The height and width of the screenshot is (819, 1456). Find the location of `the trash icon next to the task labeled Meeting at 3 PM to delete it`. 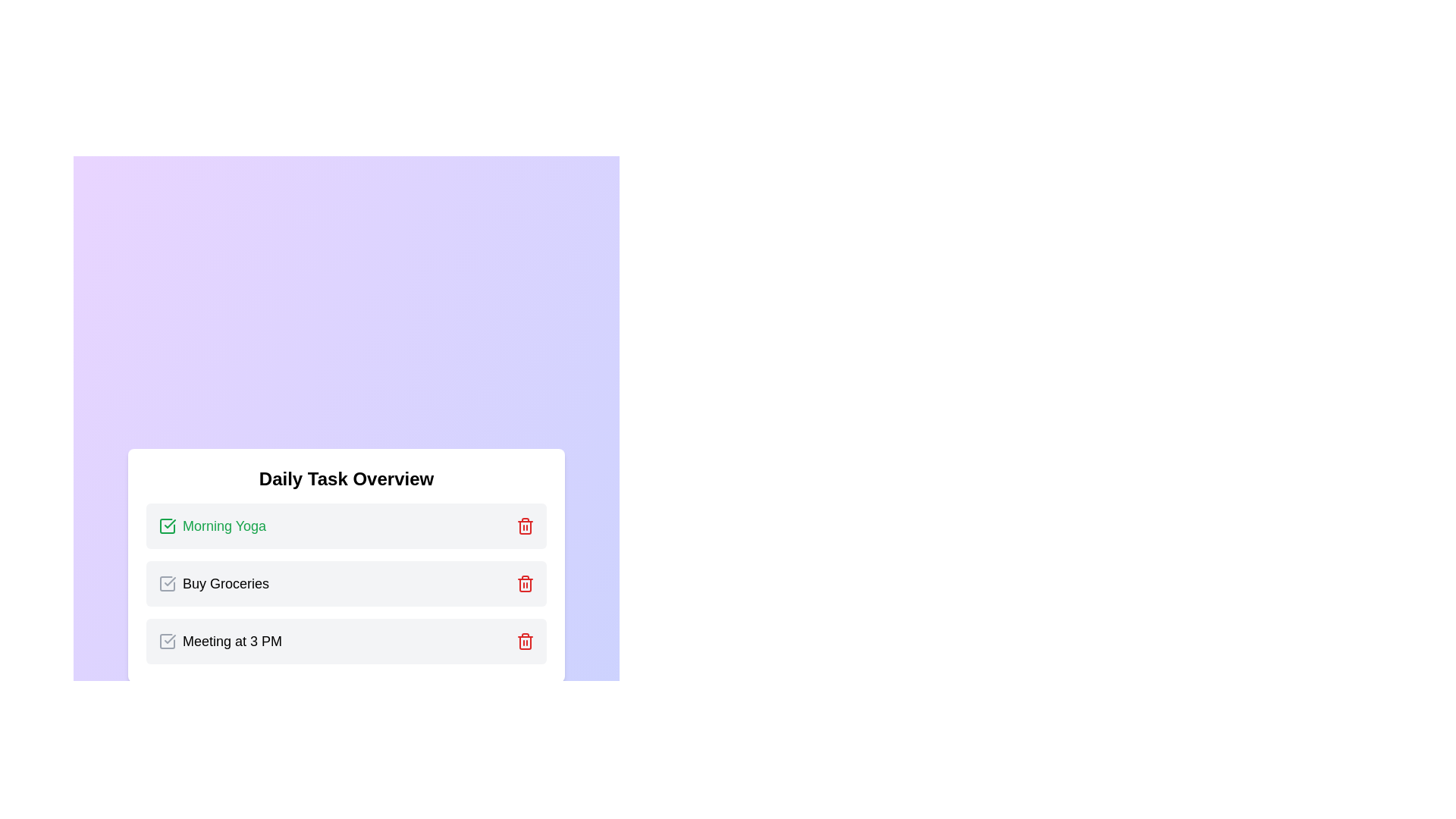

the trash icon next to the task labeled Meeting at 3 PM to delete it is located at coordinates (525, 641).